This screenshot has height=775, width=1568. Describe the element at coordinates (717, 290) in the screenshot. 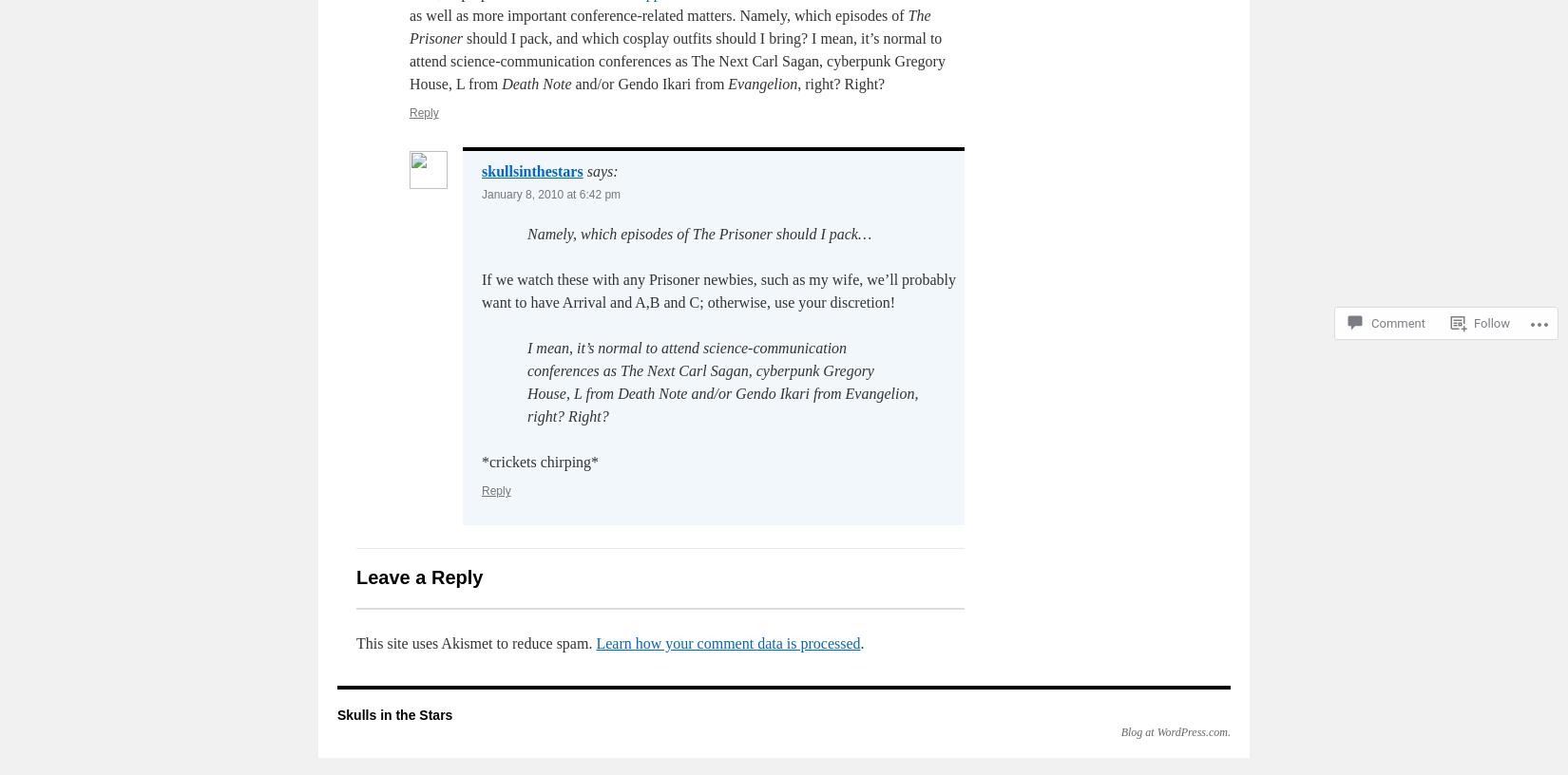

I see `'If we watch these with any Prisoner newbies, such as my wife, we’ll probably want to have Arrival and A,B and C; otherwise, use your discretion!'` at that location.